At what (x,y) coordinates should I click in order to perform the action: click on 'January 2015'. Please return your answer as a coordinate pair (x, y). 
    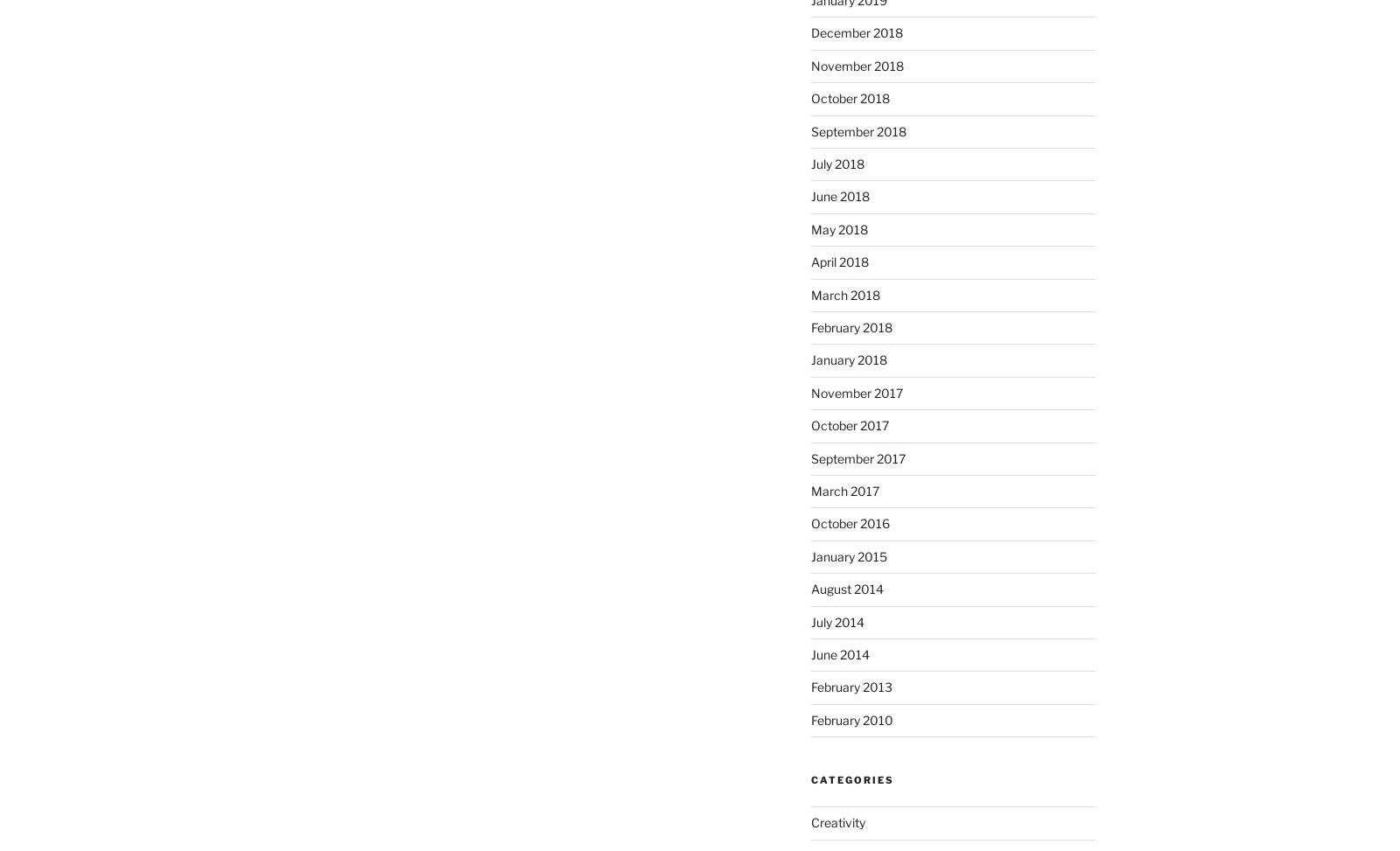
    Looking at the image, I should click on (847, 555).